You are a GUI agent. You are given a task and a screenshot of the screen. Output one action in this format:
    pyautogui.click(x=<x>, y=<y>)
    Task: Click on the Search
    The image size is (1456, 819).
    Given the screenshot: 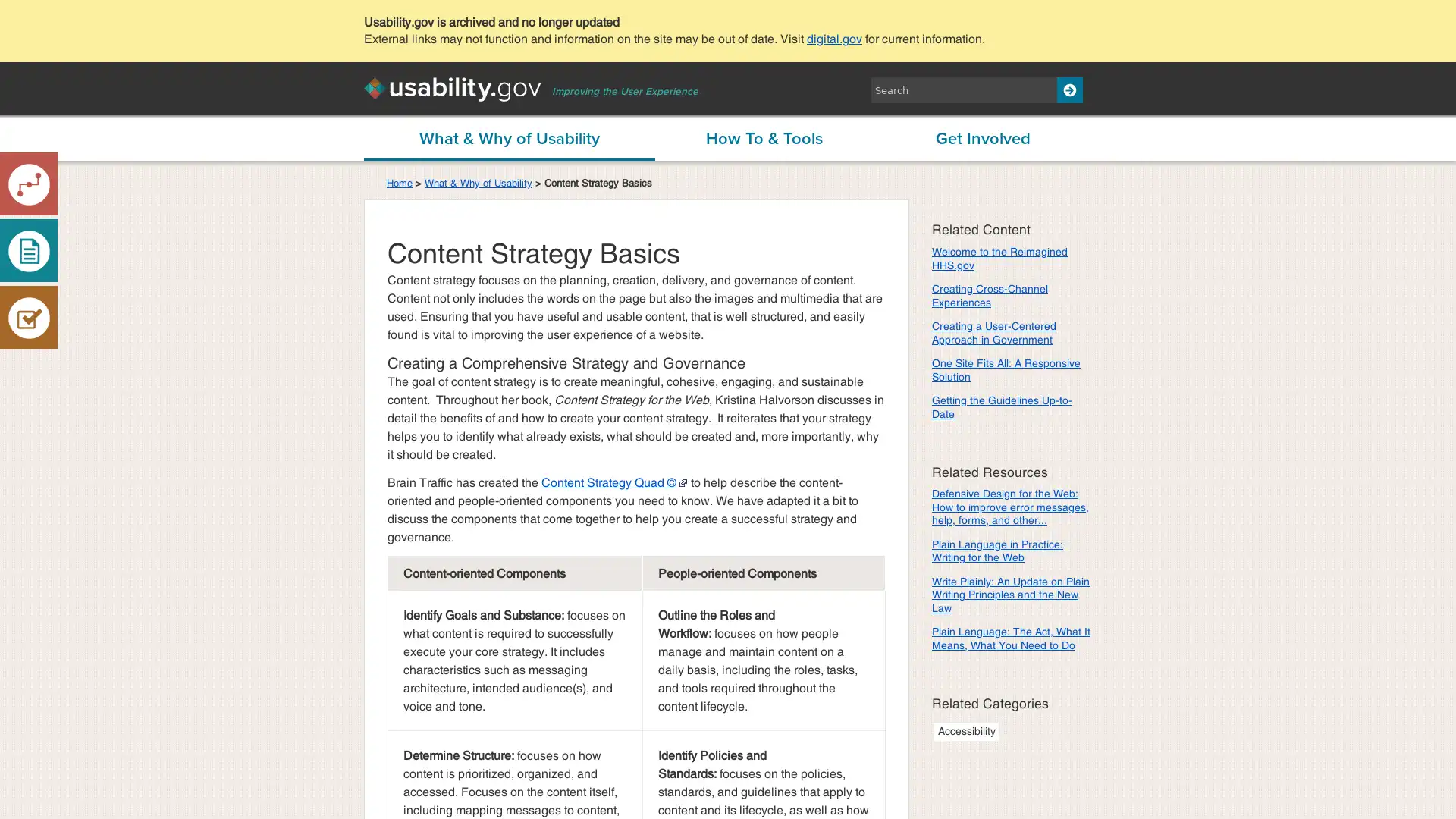 What is the action you would take?
    pyautogui.click(x=1069, y=90)
    